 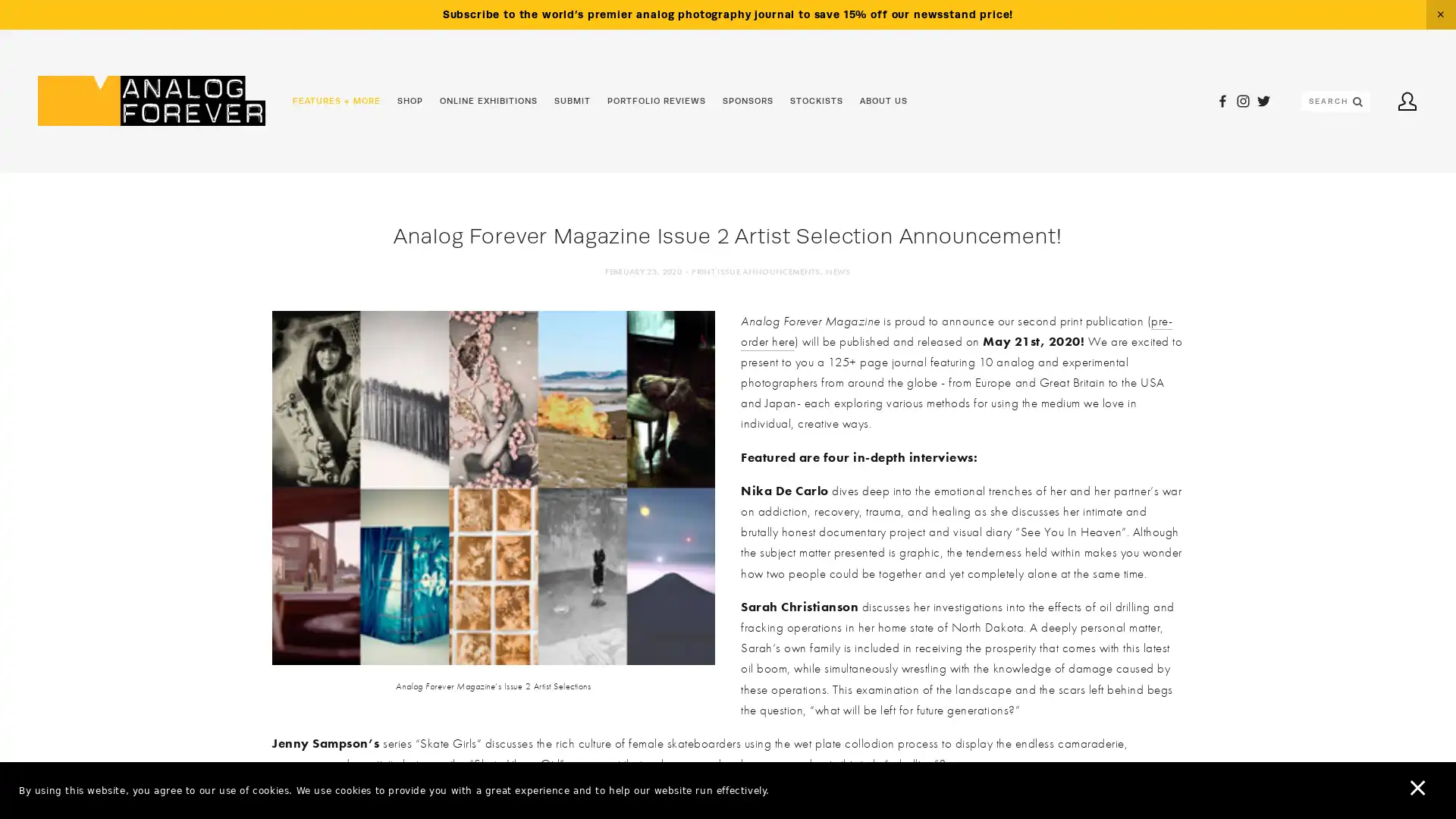 What do you see at coordinates (1423, 30) in the screenshot?
I see `Close` at bounding box center [1423, 30].